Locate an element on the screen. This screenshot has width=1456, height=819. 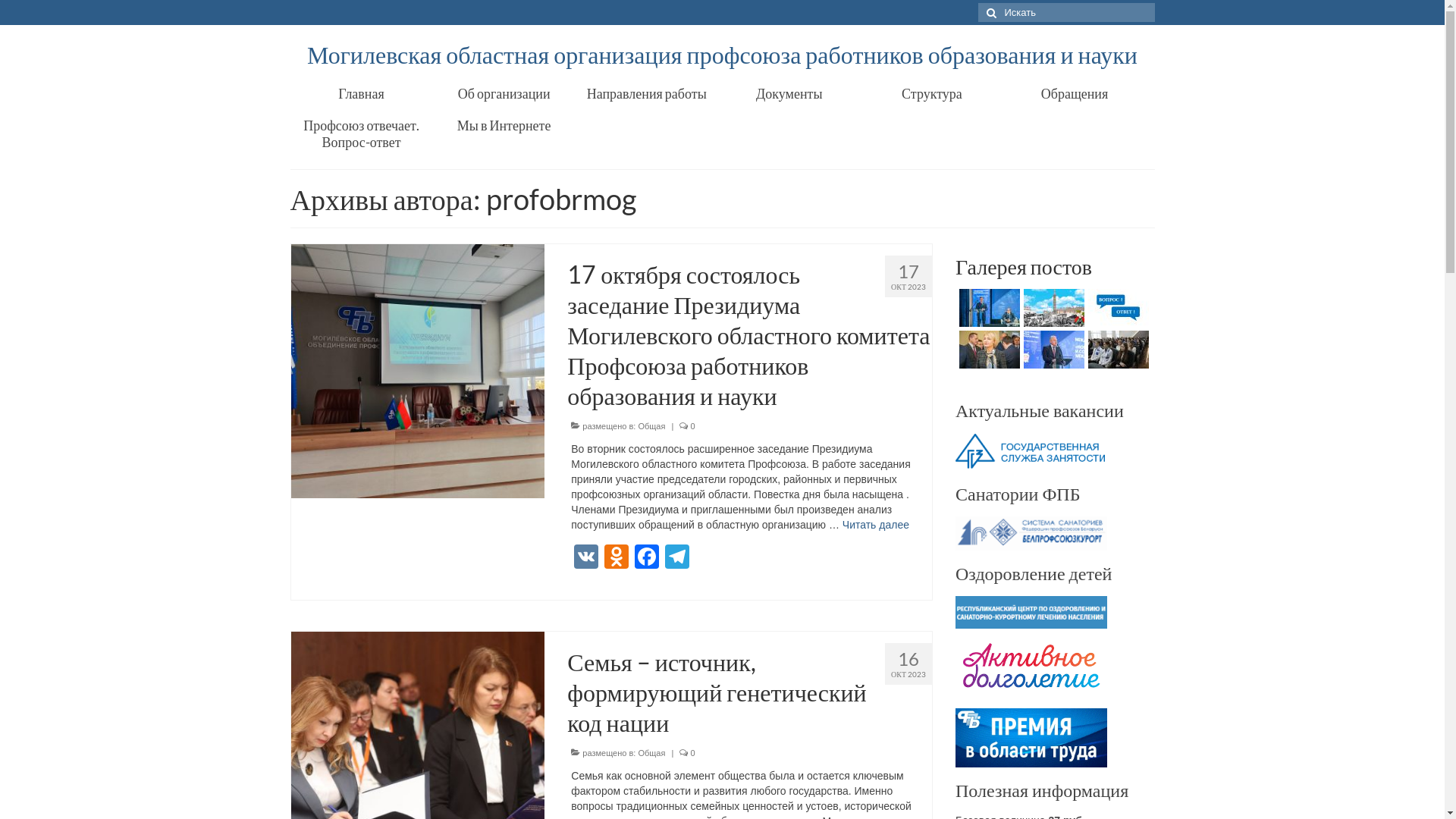
'VK' is located at coordinates (570, 558).